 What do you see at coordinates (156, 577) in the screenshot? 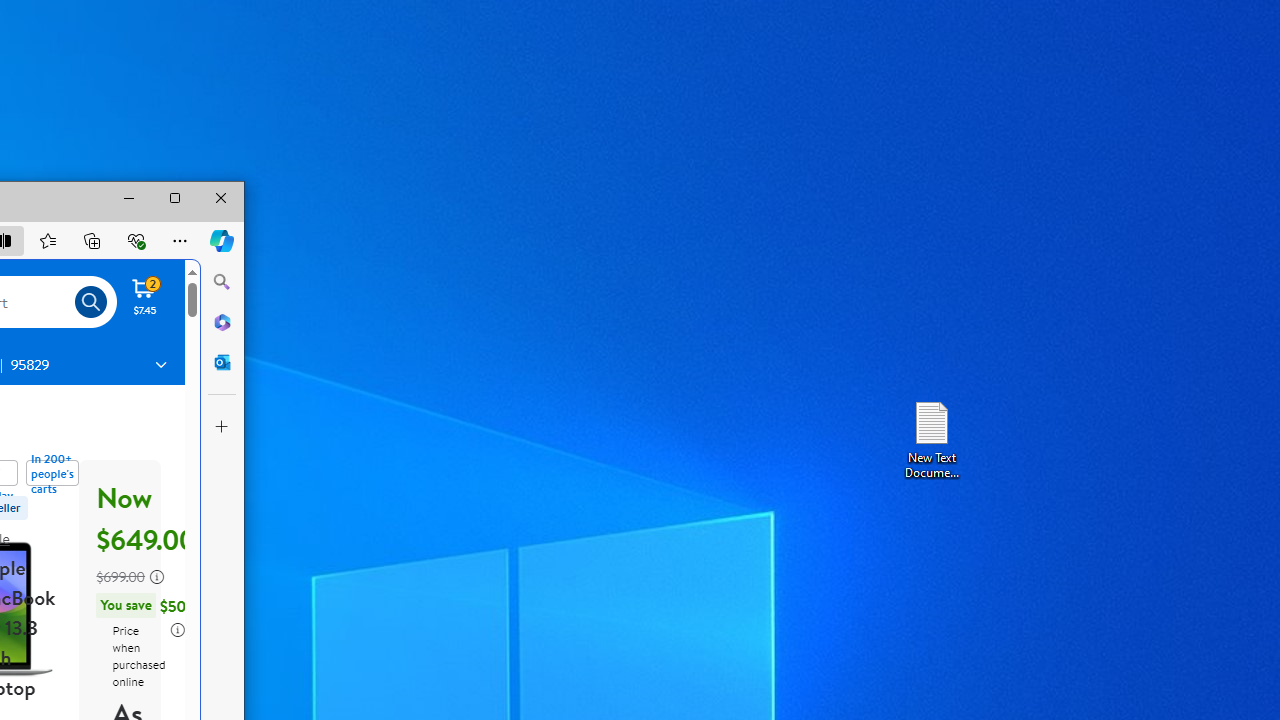
I see `'learn more about strikethrough prices'` at bounding box center [156, 577].